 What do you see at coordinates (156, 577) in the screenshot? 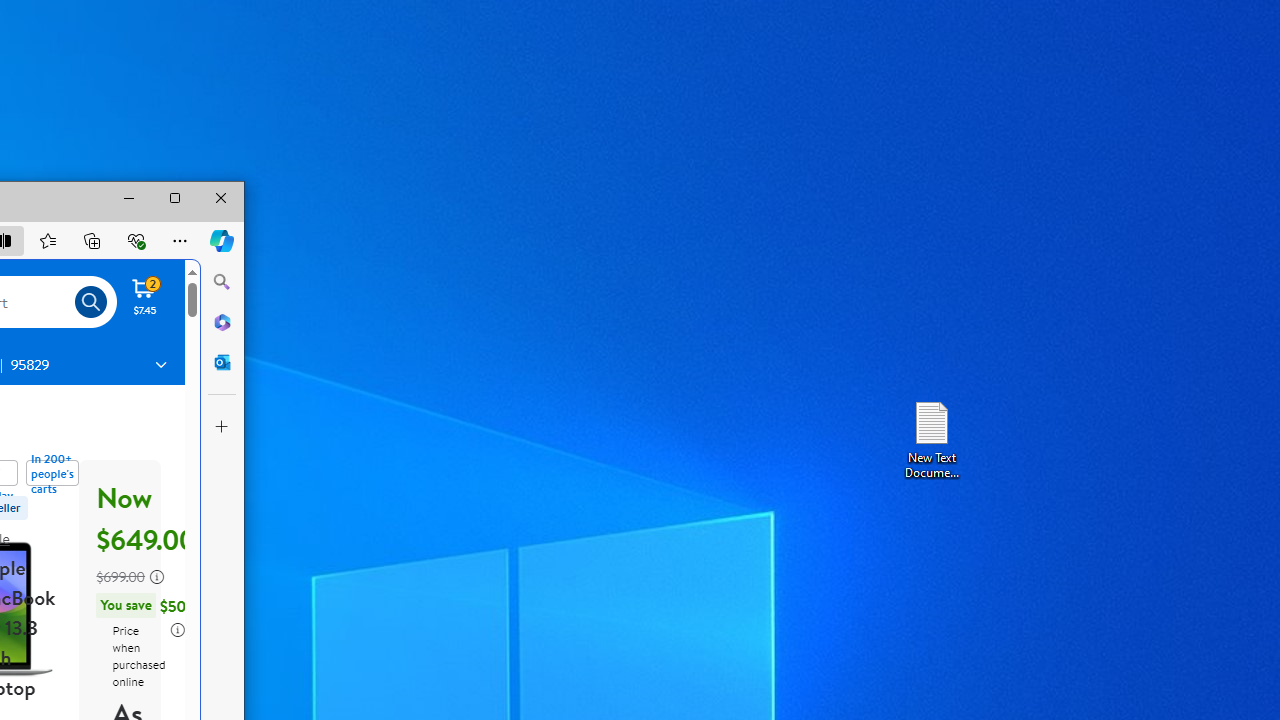
I see `'learn more about strikethrough prices'` at bounding box center [156, 577].